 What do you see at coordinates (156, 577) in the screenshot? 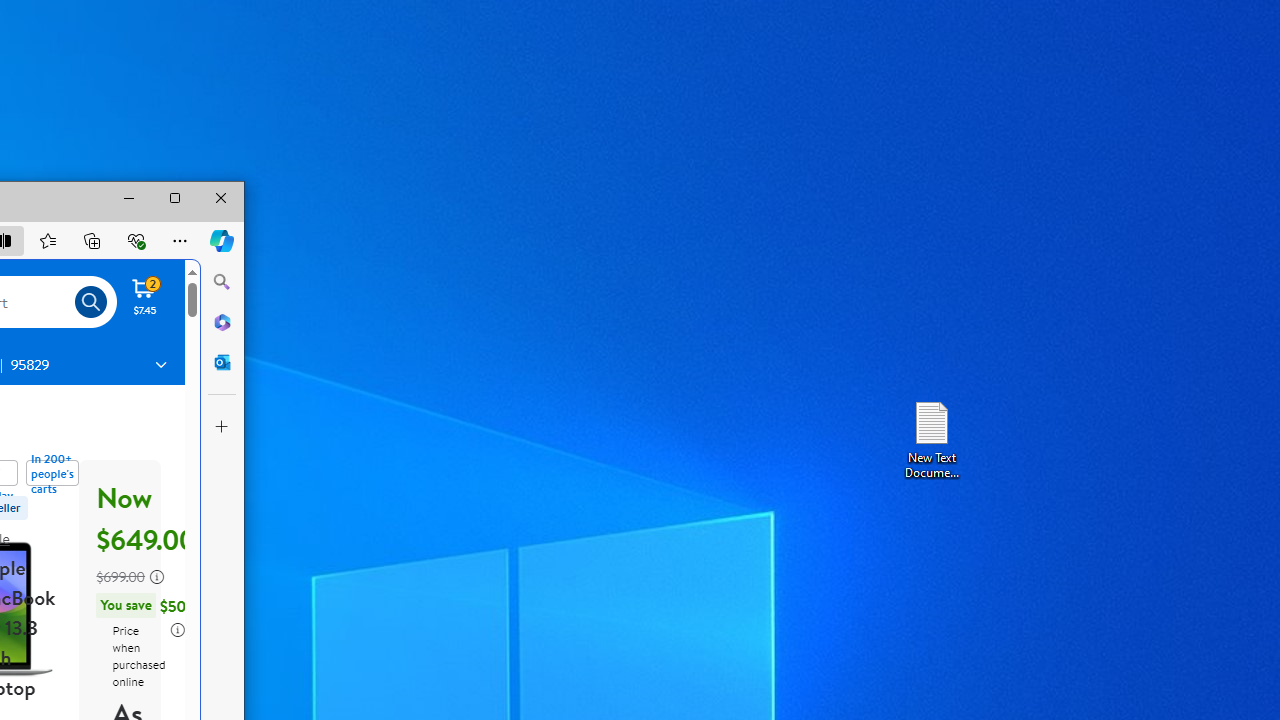
I see `'learn more about strikethrough prices'` at bounding box center [156, 577].